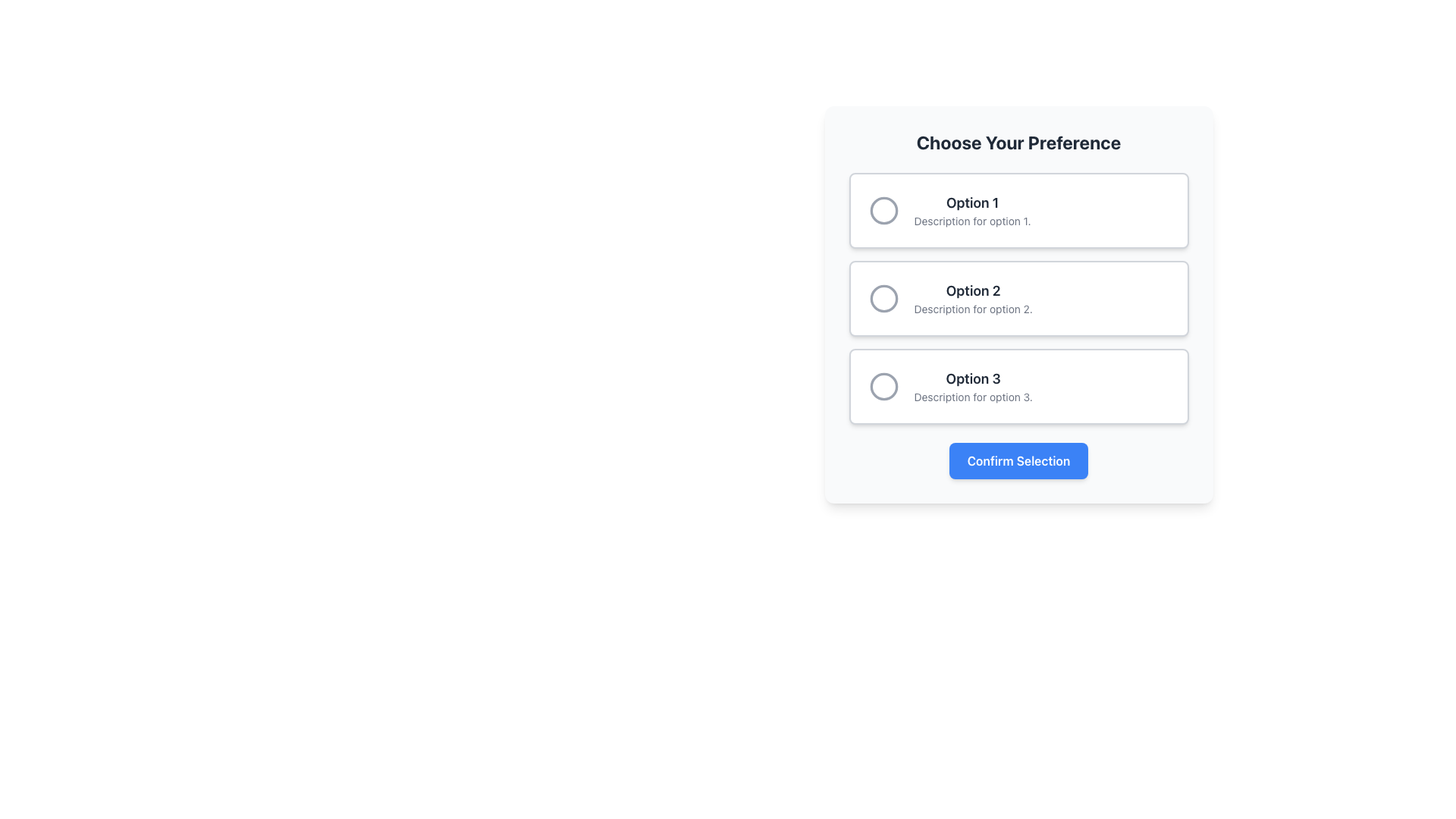 This screenshot has width=1456, height=819. What do you see at coordinates (973, 397) in the screenshot?
I see `displayed text from the Text Label located below 'Option 3', which provides additional context for 'Option 3'` at bounding box center [973, 397].